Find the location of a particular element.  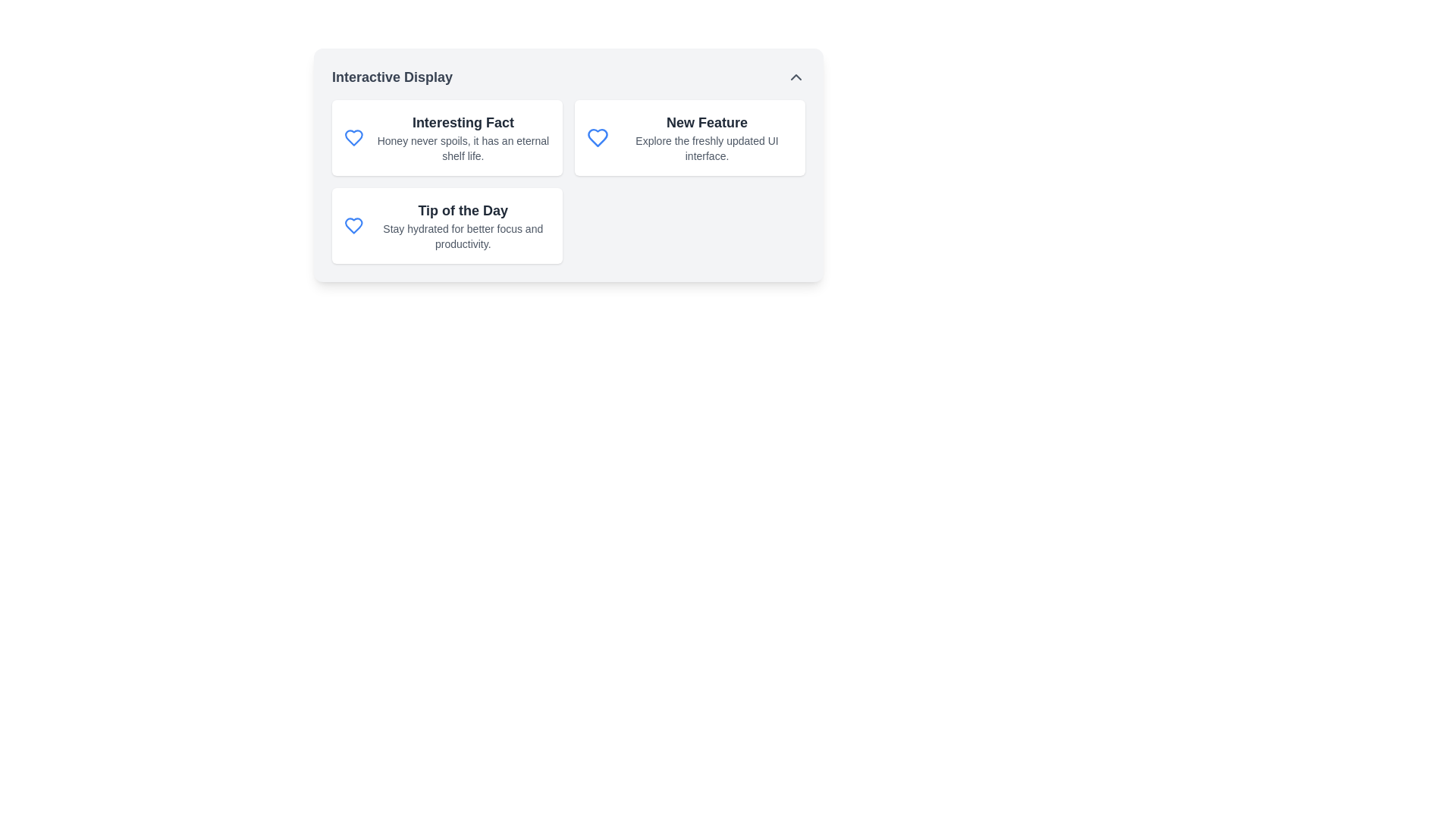

the Text Label that serves as the title for a tip section, positioned below 'Interesting Fact' and to the left of 'New Feature' is located at coordinates (462, 210).